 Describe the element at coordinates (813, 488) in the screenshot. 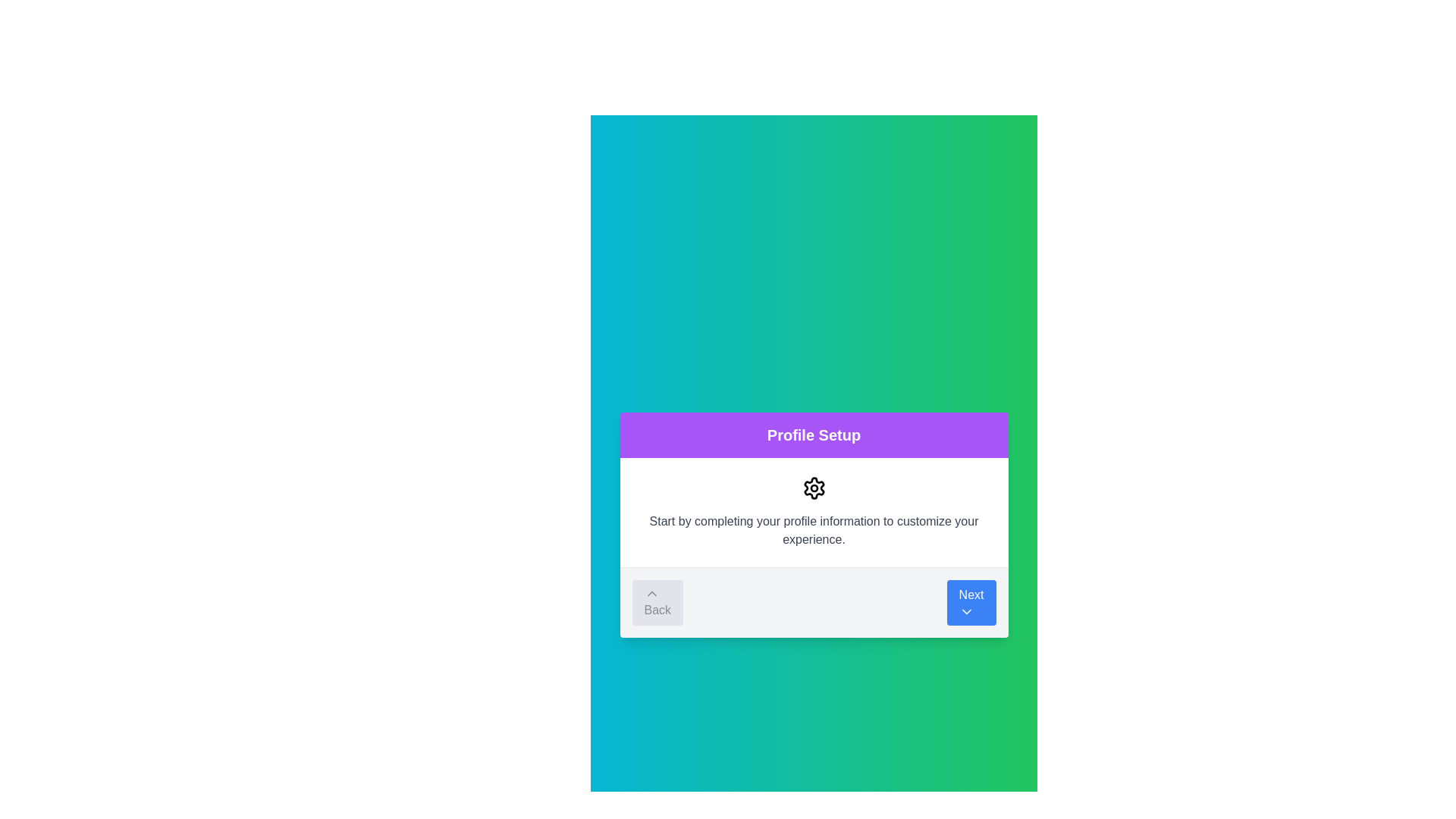

I see `the gear icon located centrally in the dialog box's content area, beneath the title 'Profile Setup'` at that location.